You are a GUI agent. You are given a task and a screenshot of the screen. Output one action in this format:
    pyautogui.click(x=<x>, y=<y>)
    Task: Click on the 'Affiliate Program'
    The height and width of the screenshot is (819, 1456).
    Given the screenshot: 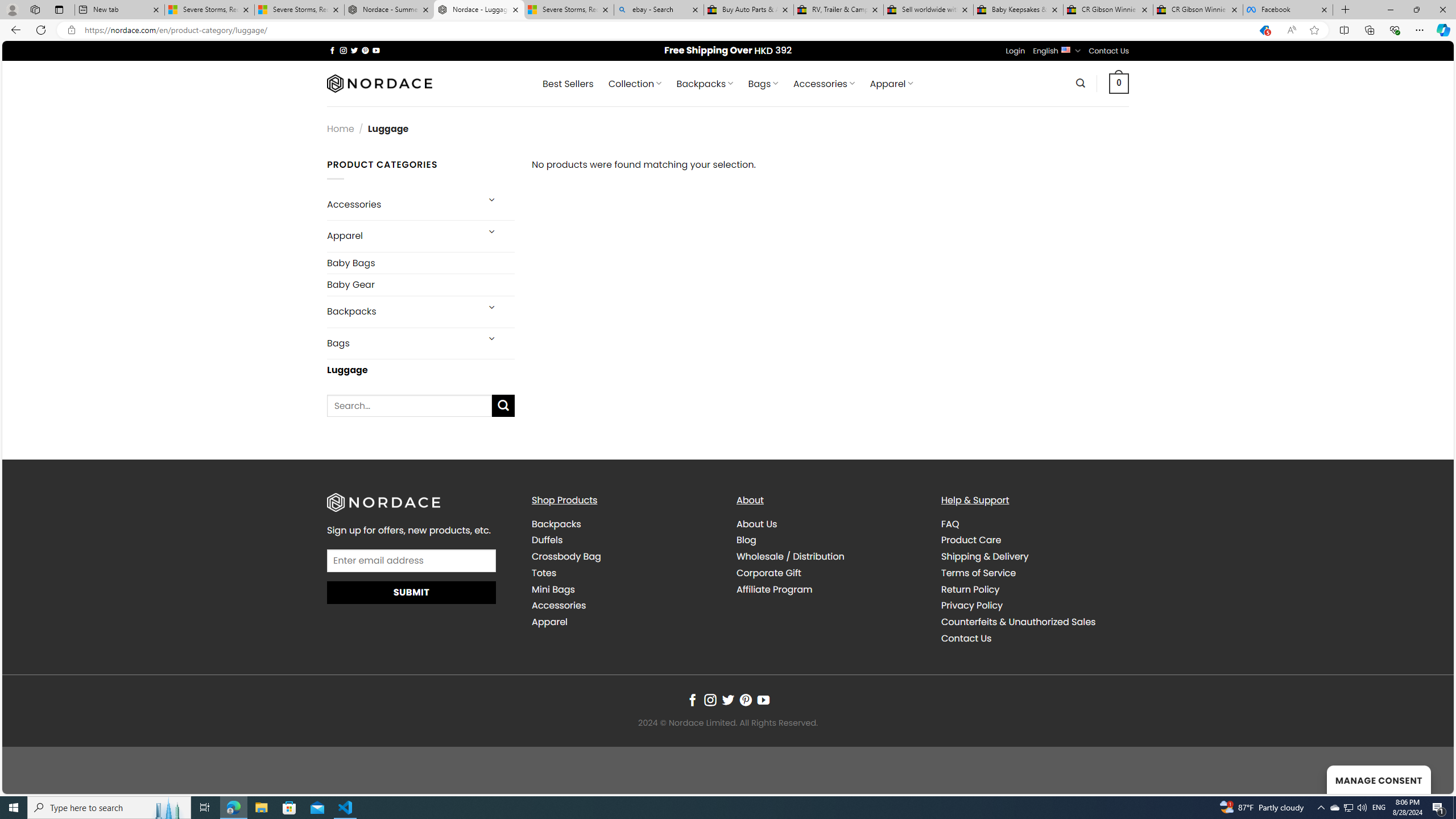 What is the action you would take?
    pyautogui.click(x=830, y=589)
    